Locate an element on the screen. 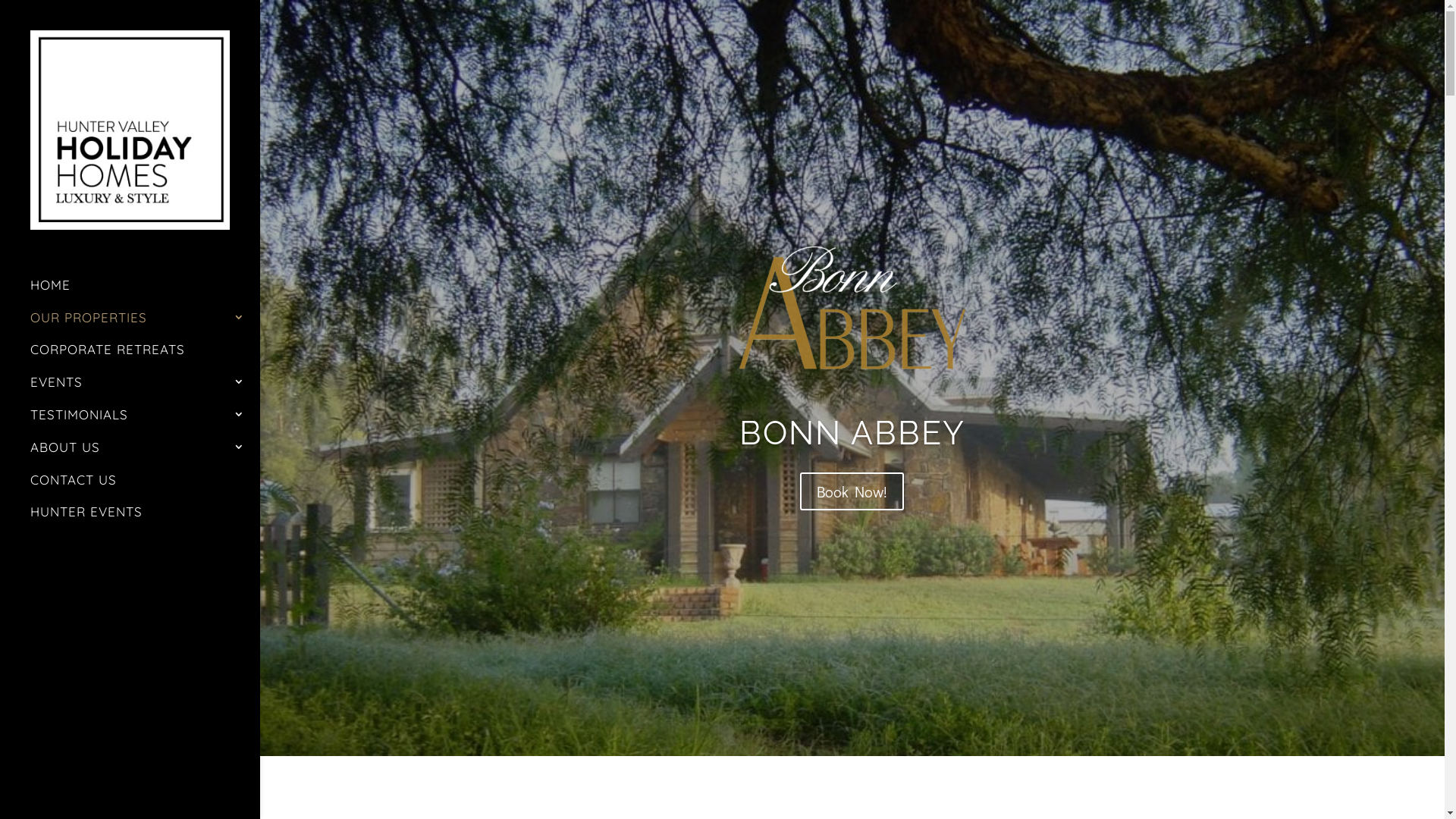  'Book Now!' is located at coordinates (852, 491).